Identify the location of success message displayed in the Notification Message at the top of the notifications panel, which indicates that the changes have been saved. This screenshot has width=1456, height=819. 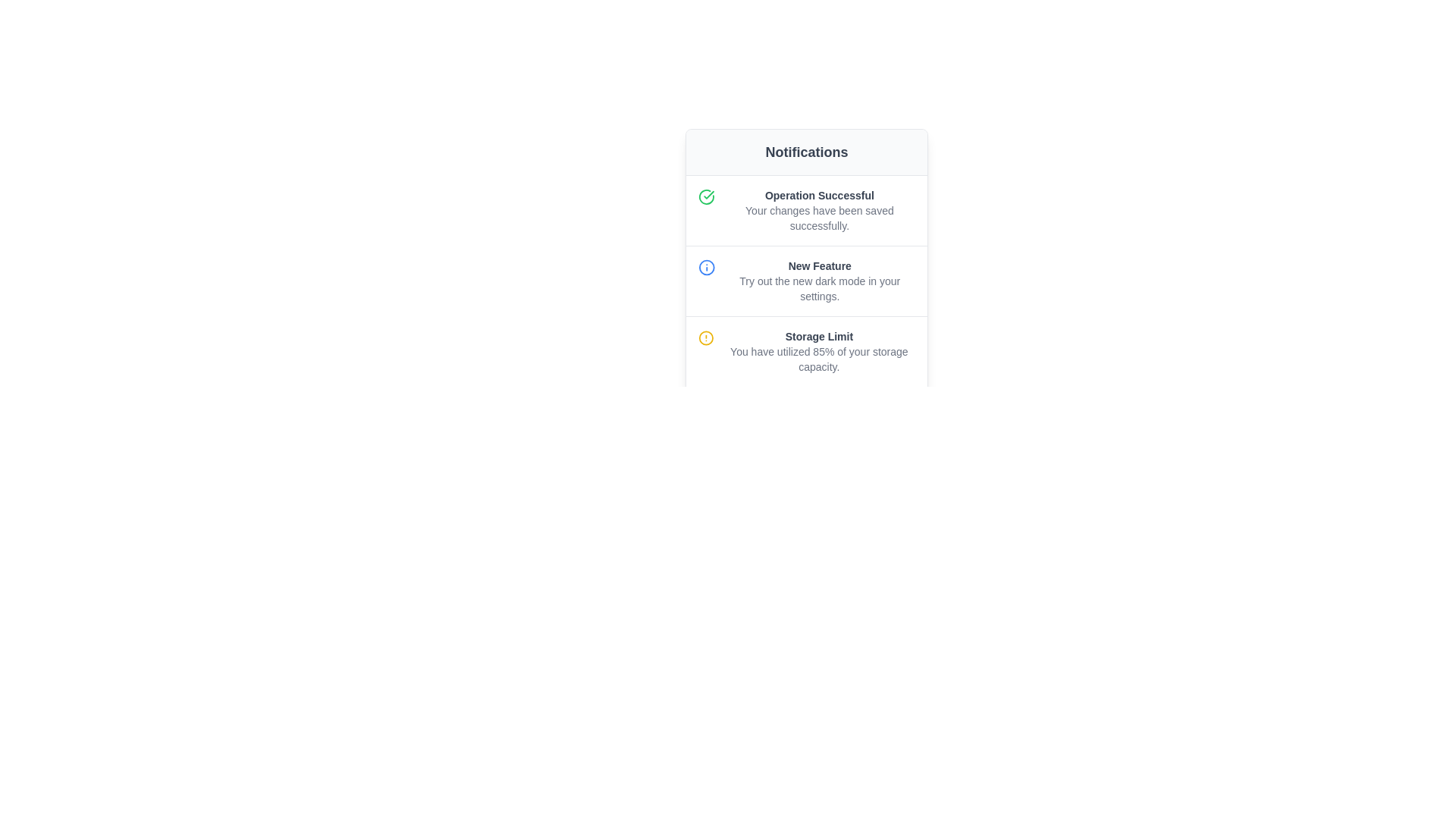
(806, 210).